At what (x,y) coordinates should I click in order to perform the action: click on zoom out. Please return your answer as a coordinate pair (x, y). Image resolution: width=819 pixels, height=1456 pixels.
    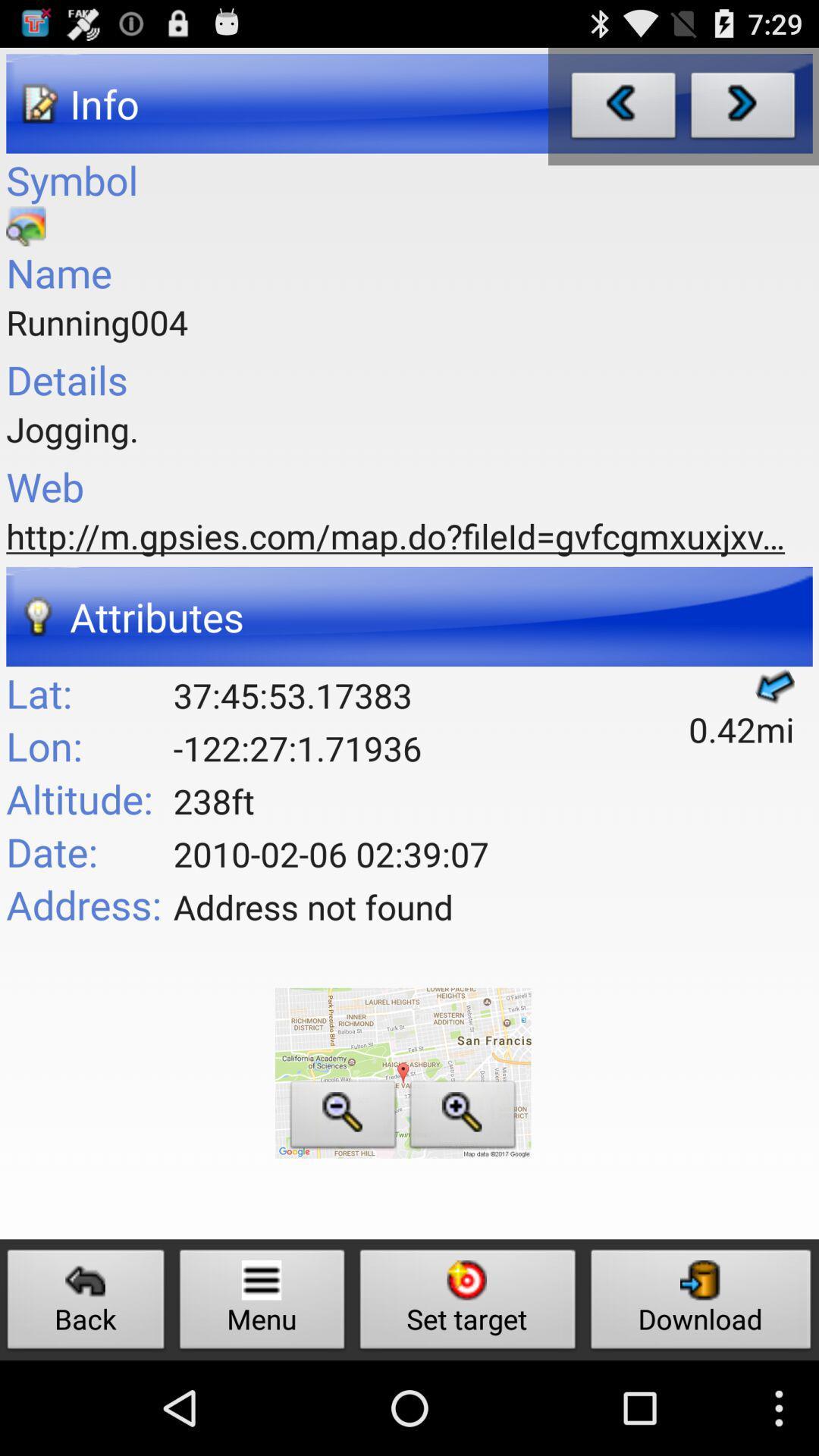
    Looking at the image, I should click on (343, 1119).